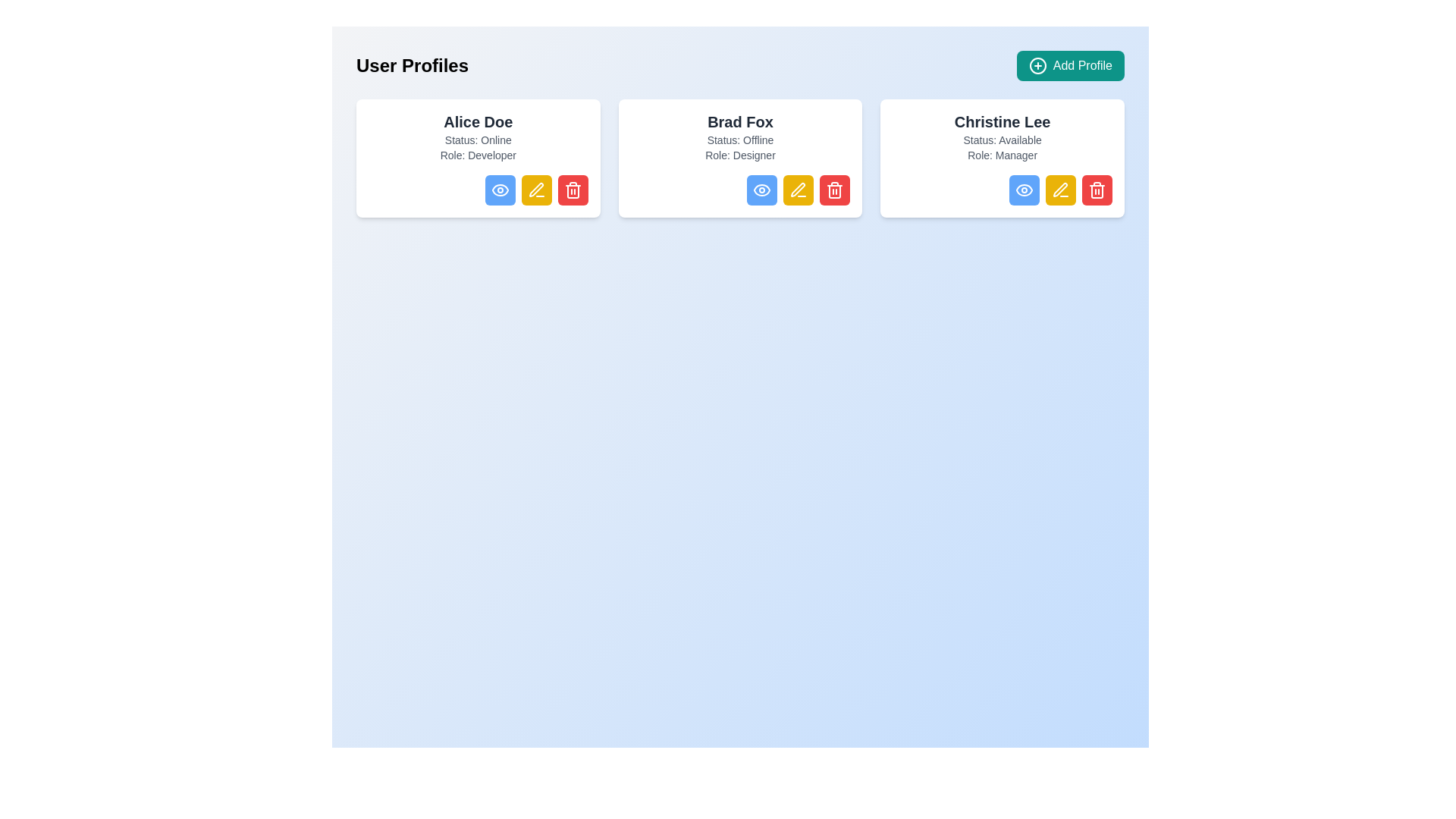 The height and width of the screenshot is (819, 1456). I want to click on the second action button icon for 'Alice Doe' in the first profile card, so click(536, 189).